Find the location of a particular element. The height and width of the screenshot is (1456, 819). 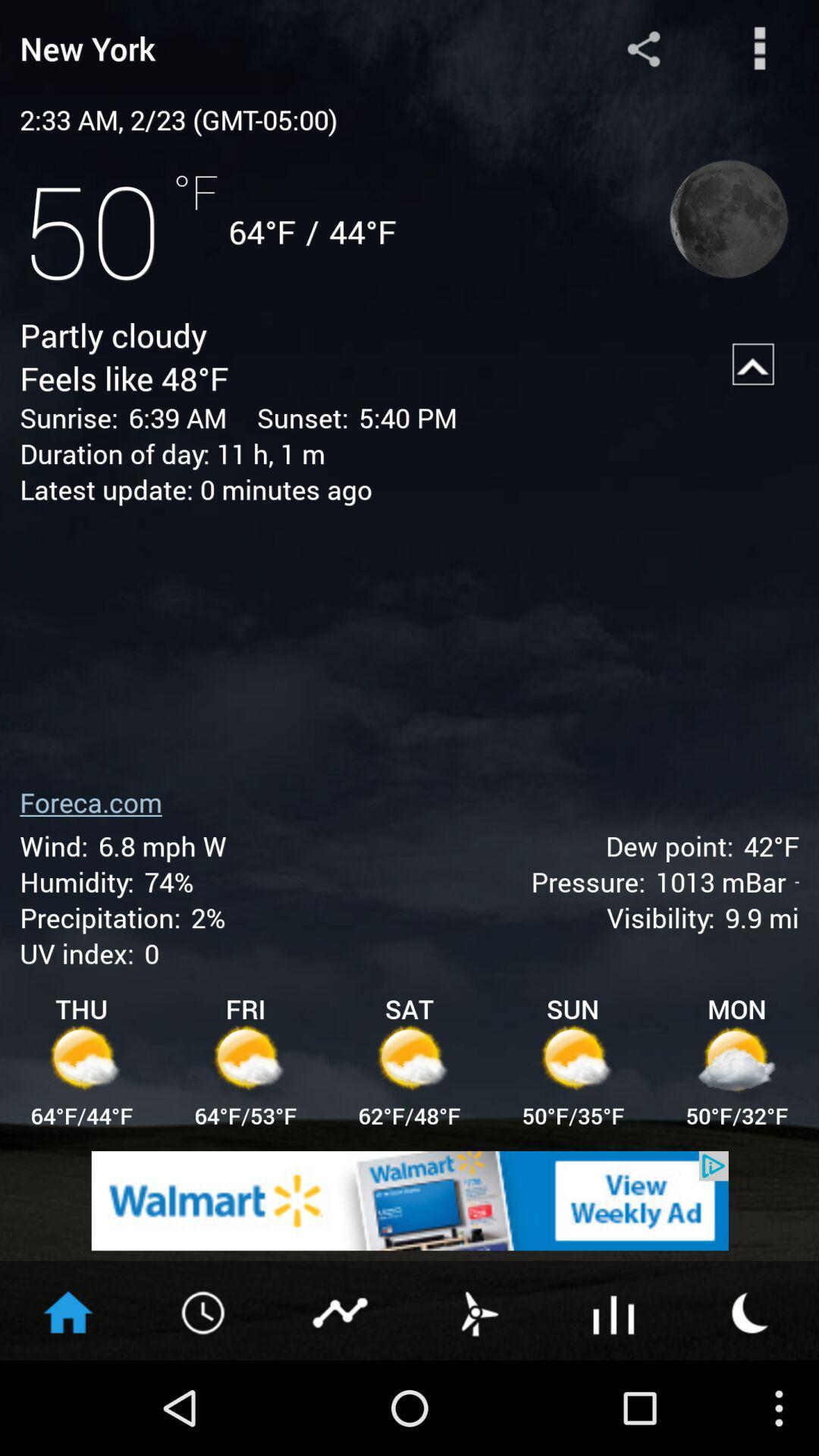

sharing files is located at coordinates (643, 48).